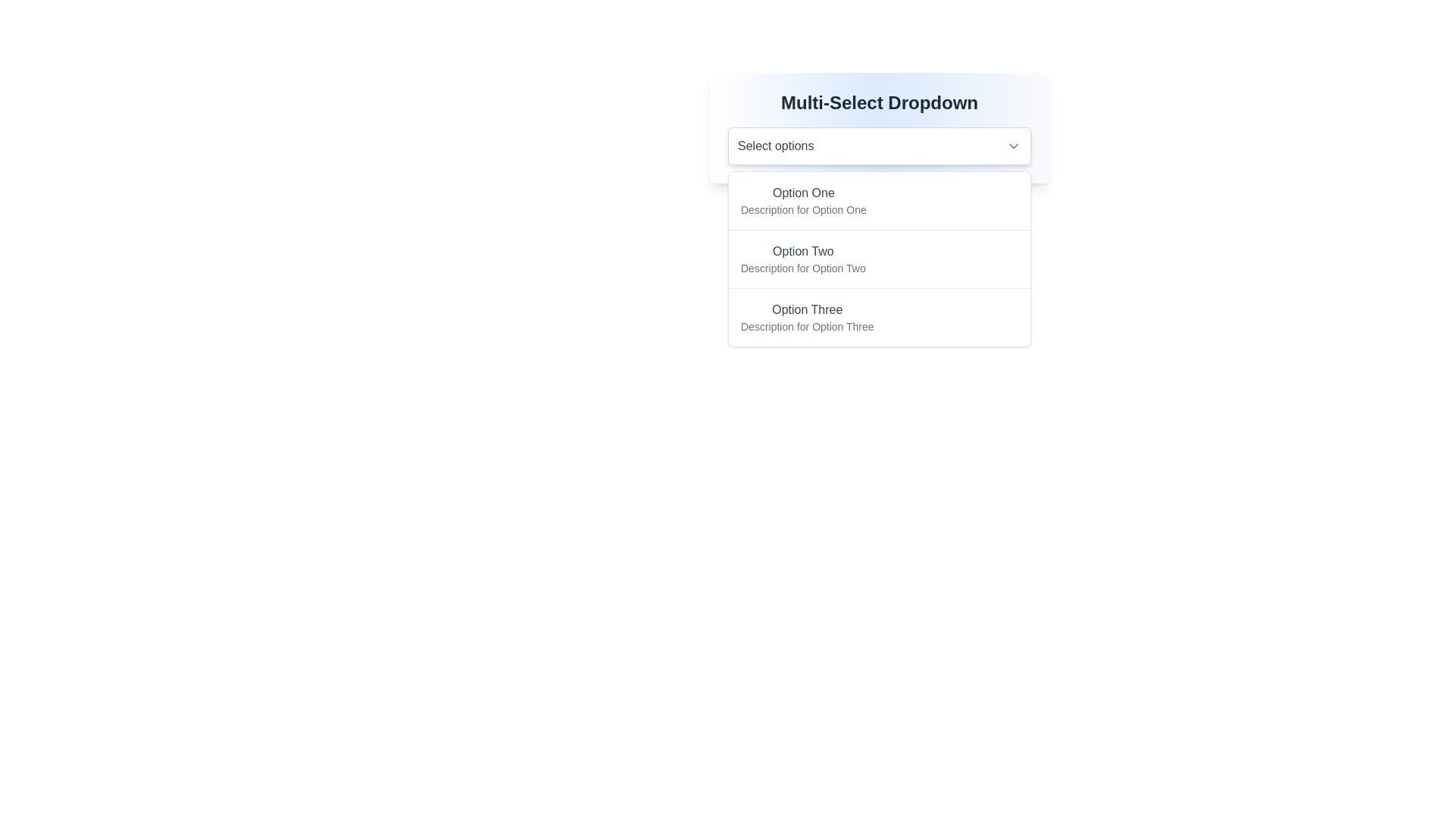 The image size is (1456, 819). I want to click on the first option in the dropdown menu, so click(802, 200).